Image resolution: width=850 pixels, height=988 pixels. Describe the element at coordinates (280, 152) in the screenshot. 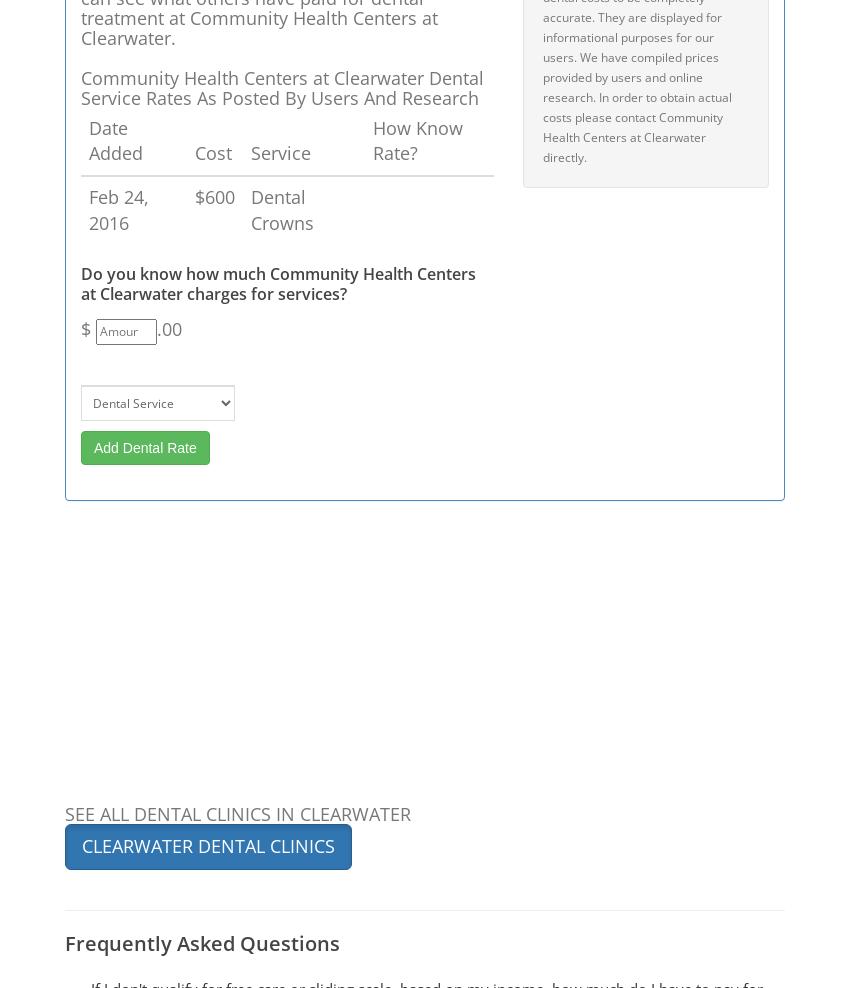

I see `'Service'` at that location.